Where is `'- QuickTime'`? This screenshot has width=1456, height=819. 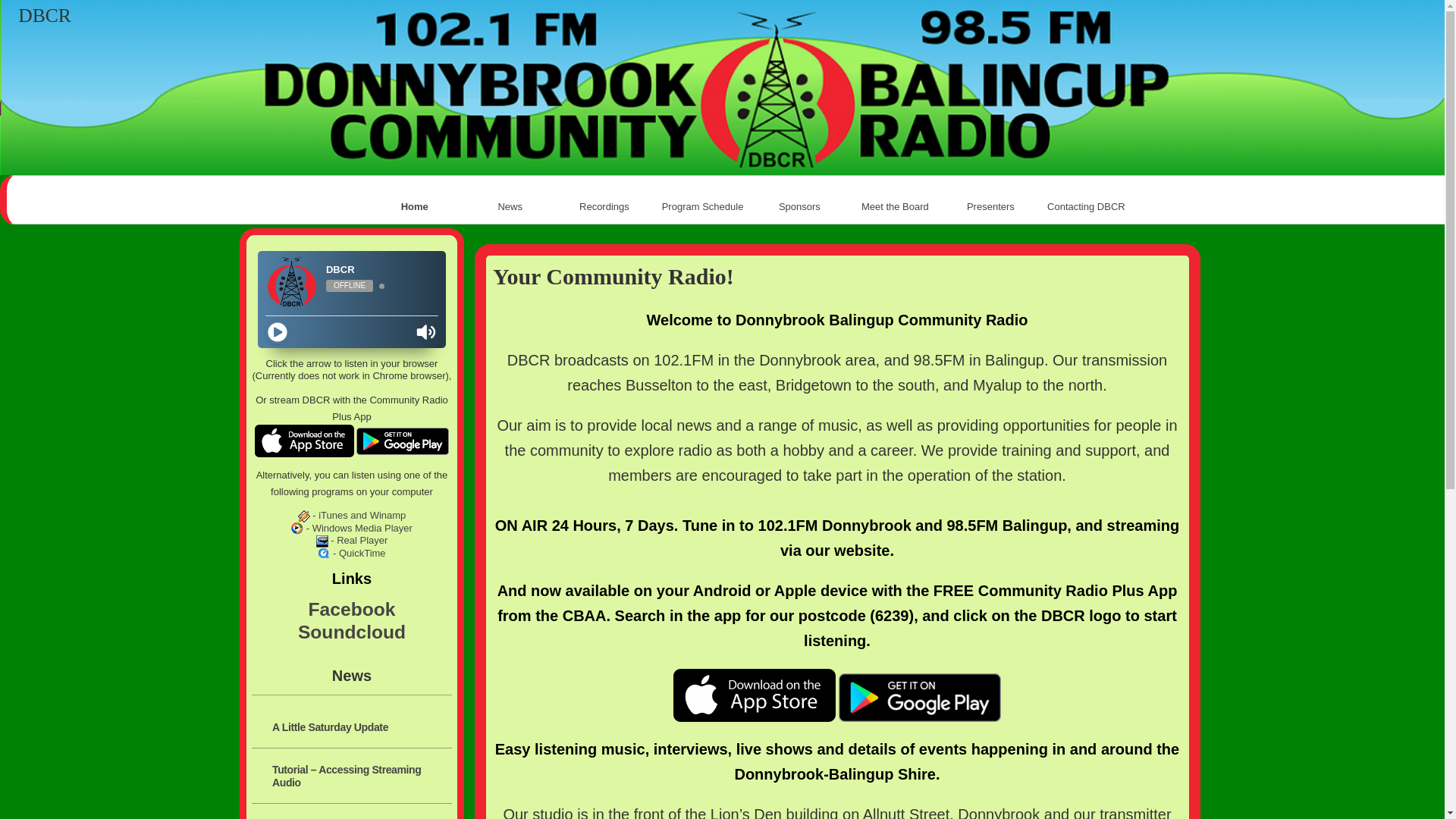 '- QuickTime' is located at coordinates (350, 553).